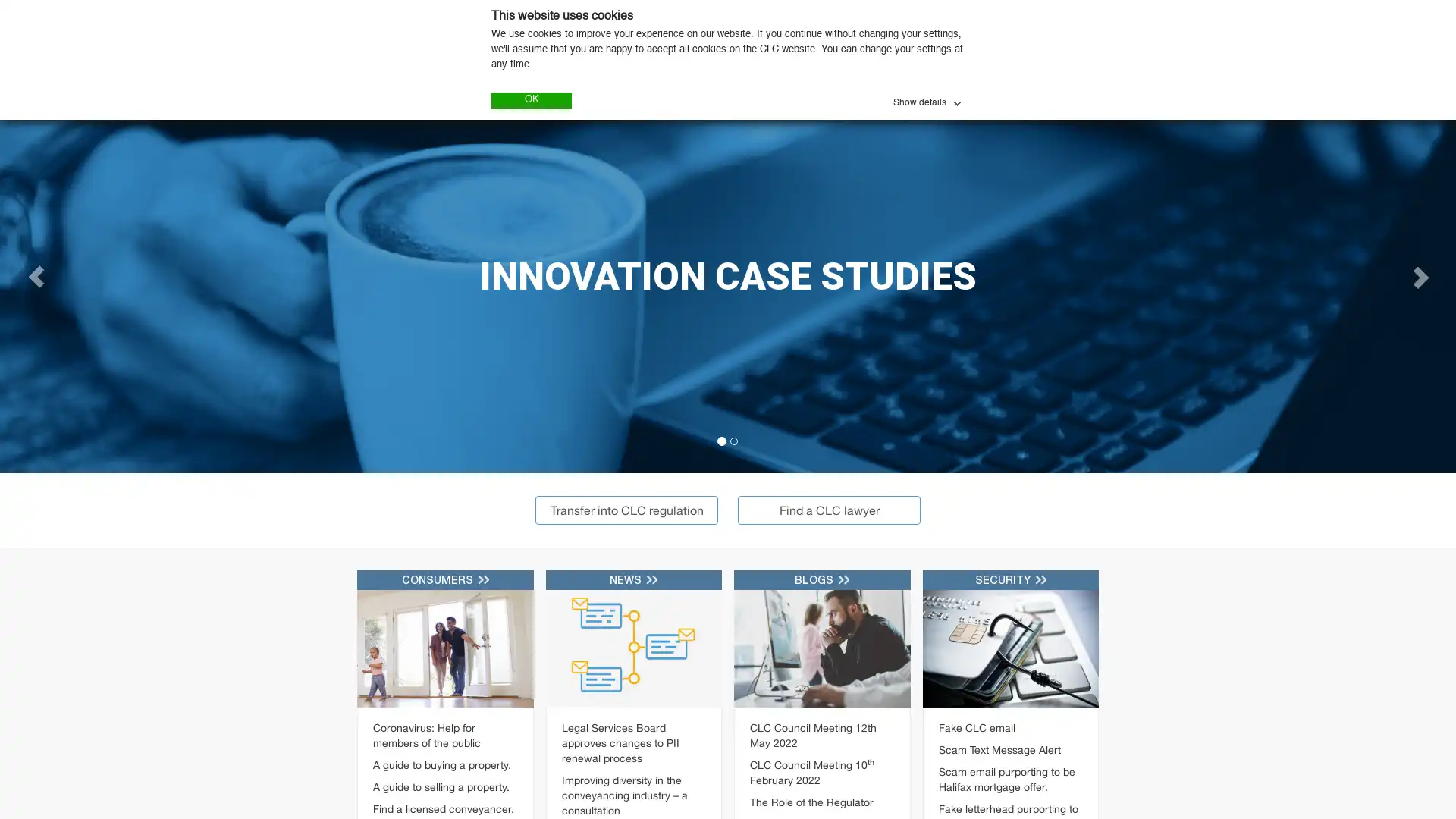 The height and width of the screenshot is (819, 1456). Describe the element at coordinates (828, 509) in the screenshot. I see `Find a CLC lawyer` at that location.